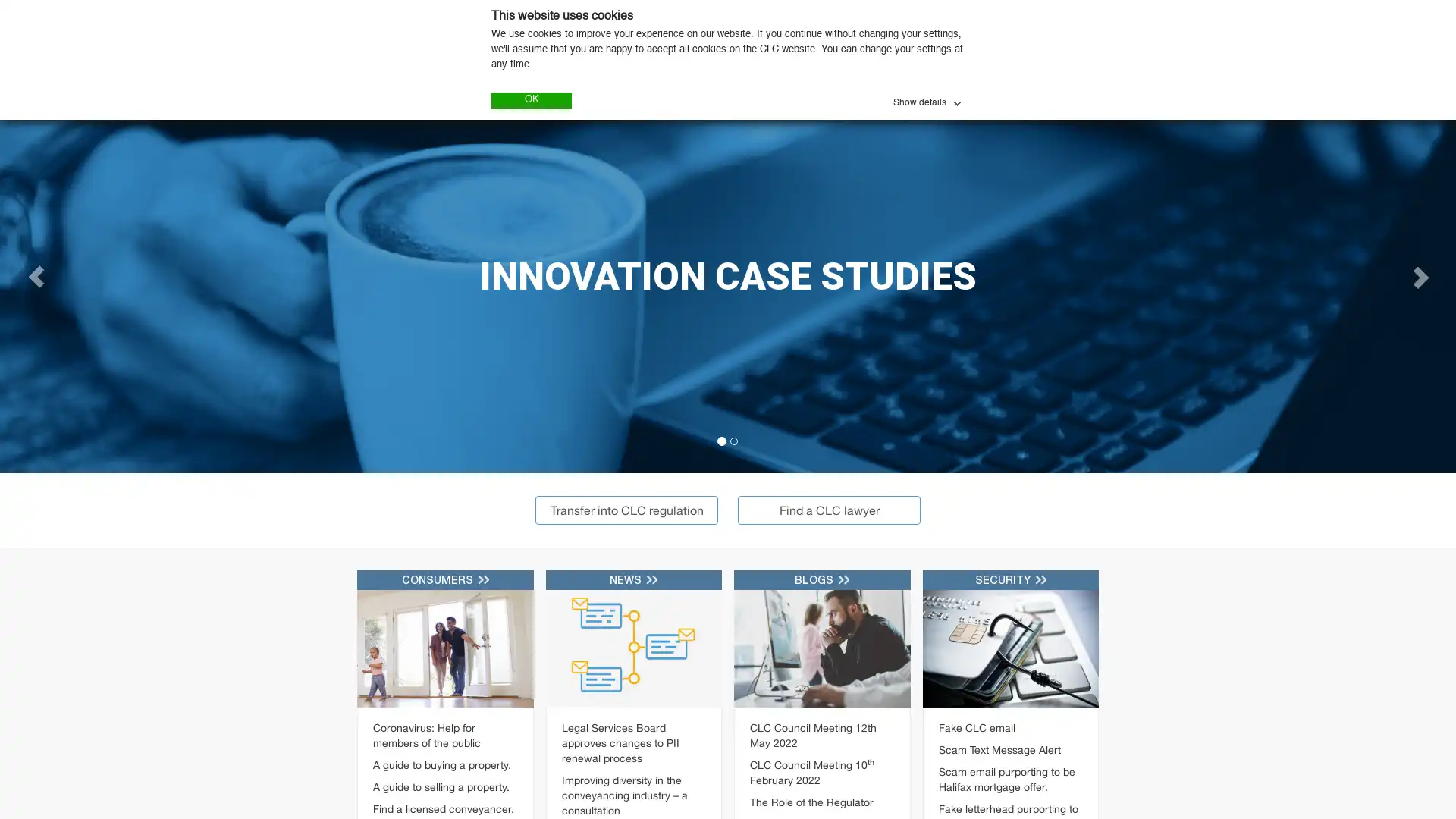 The height and width of the screenshot is (819, 1456). Describe the element at coordinates (828, 509) in the screenshot. I see `Find a CLC lawyer` at that location.